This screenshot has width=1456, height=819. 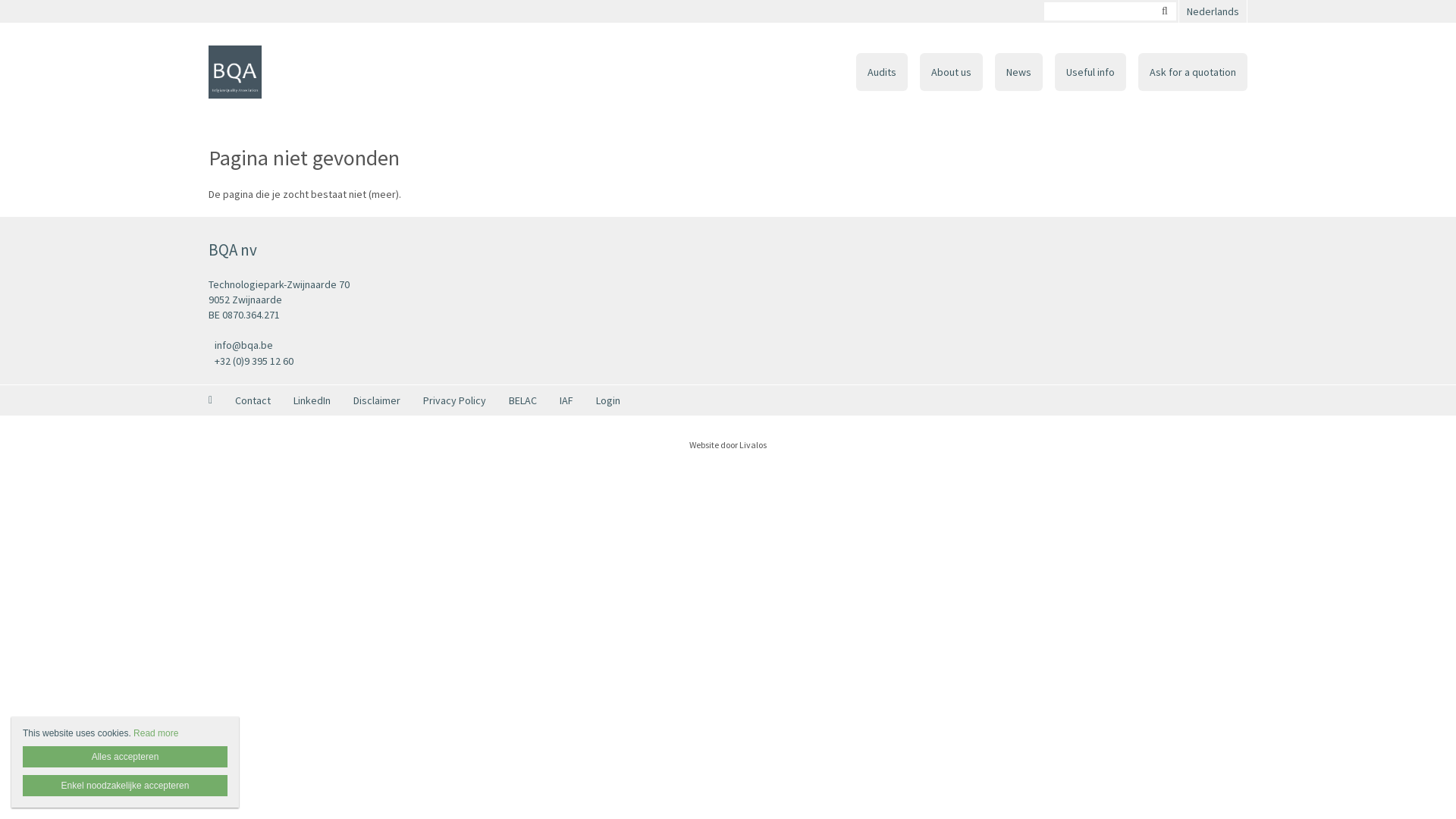 What do you see at coordinates (881, 72) in the screenshot?
I see `'Audits'` at bounding box center [881, 72].